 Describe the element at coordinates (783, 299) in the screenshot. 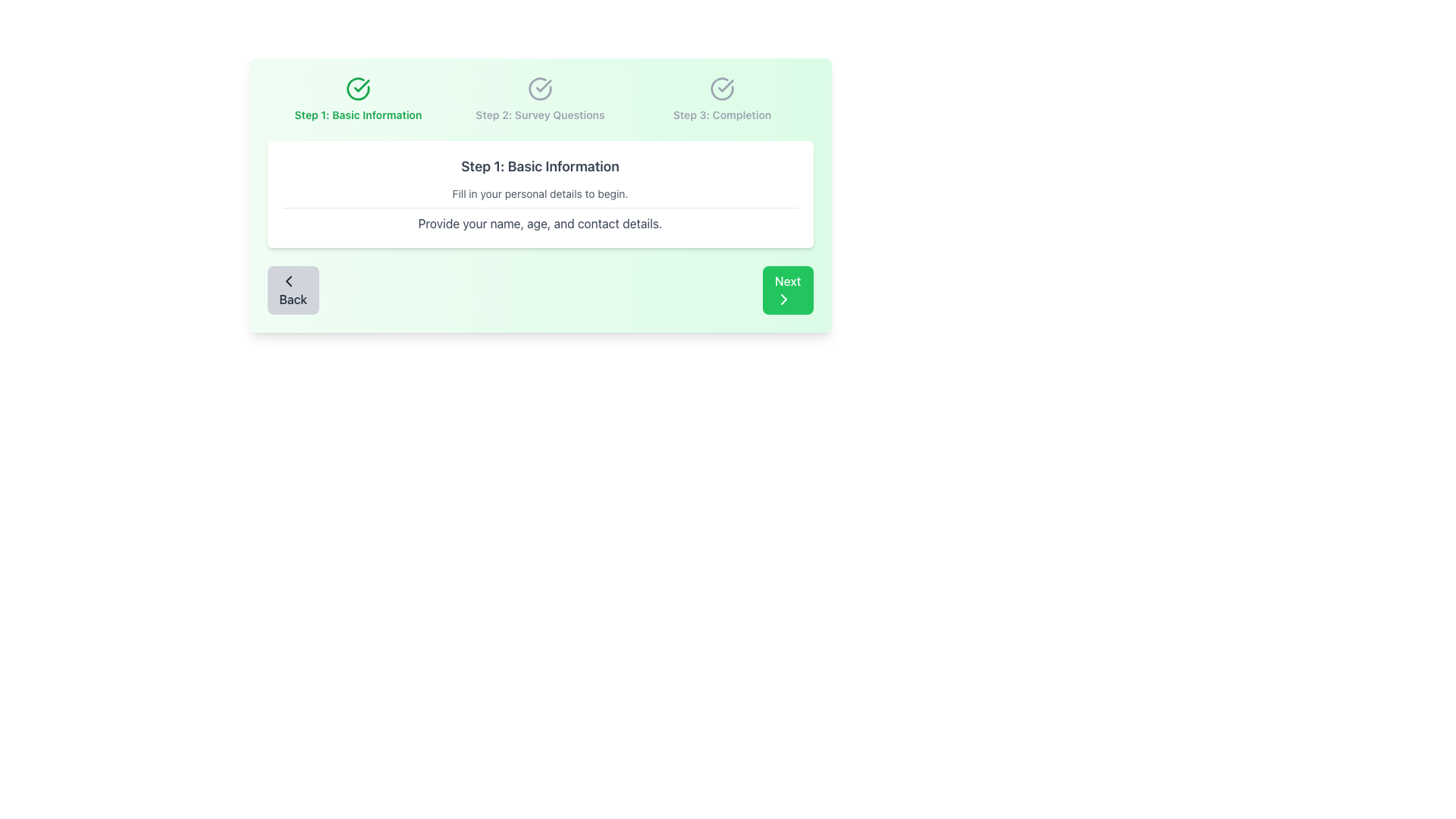

I see `the chevron-right style icon within the 'Next' button located at the bottom-right corner of the green box to proceed to the next step` at that location.